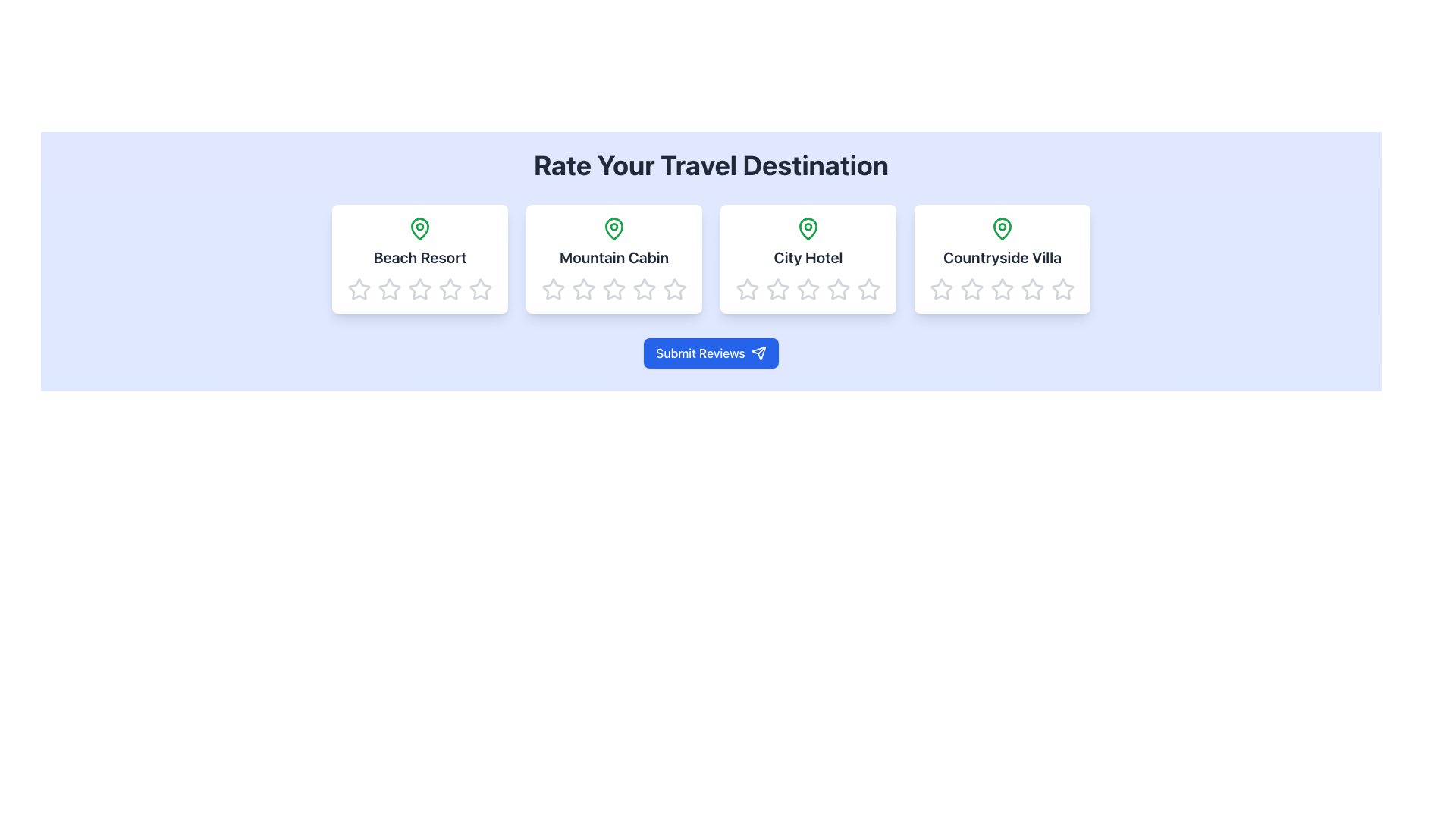  What do you see at coordinates (837, 289) in the screenshot?
I see `the fourth star icon in the 5-star rating system beneath the 'City Hotel' card` at bounding box center [837, 289].